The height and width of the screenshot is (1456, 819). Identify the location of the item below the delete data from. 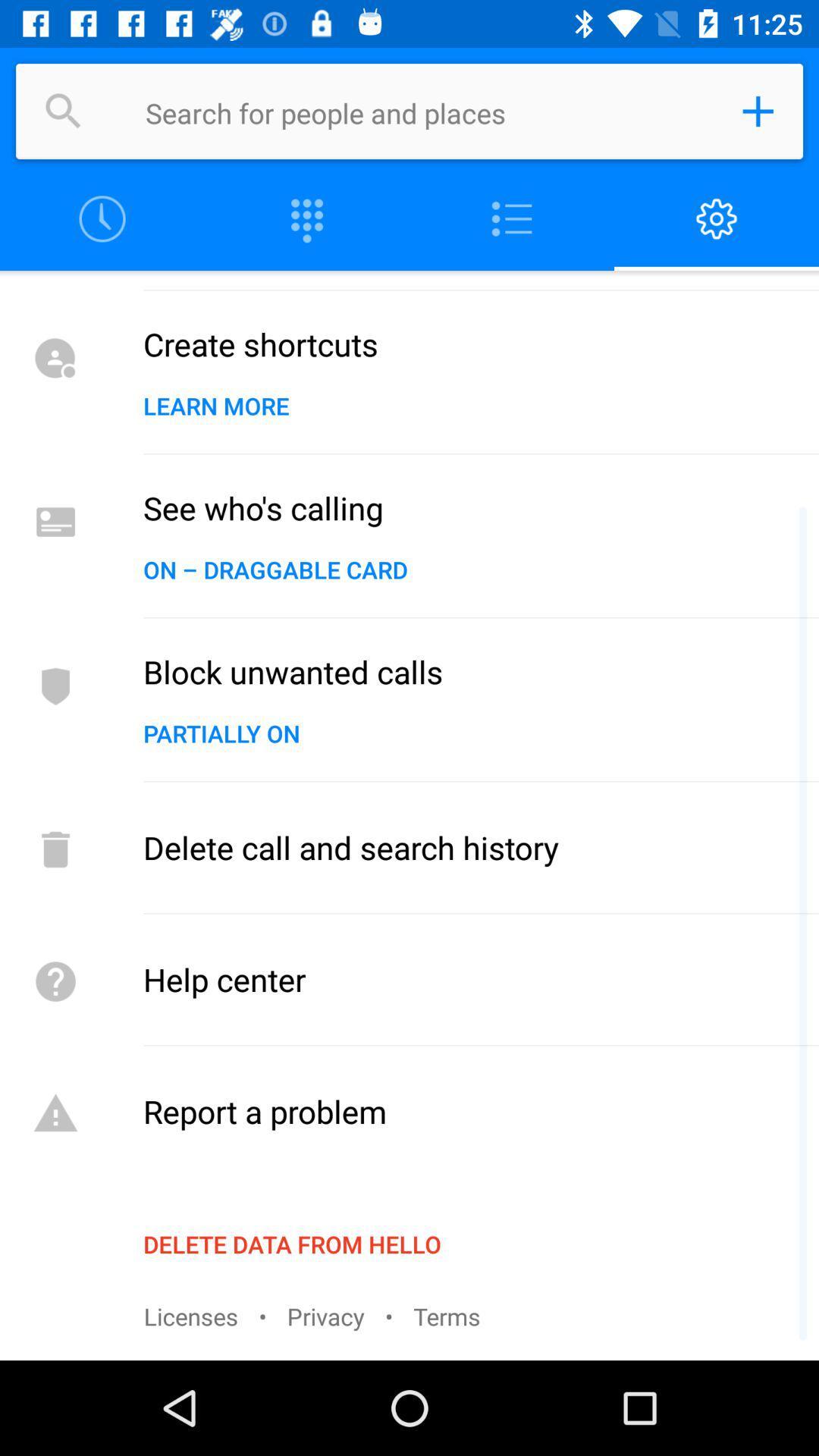
(446, 1315).